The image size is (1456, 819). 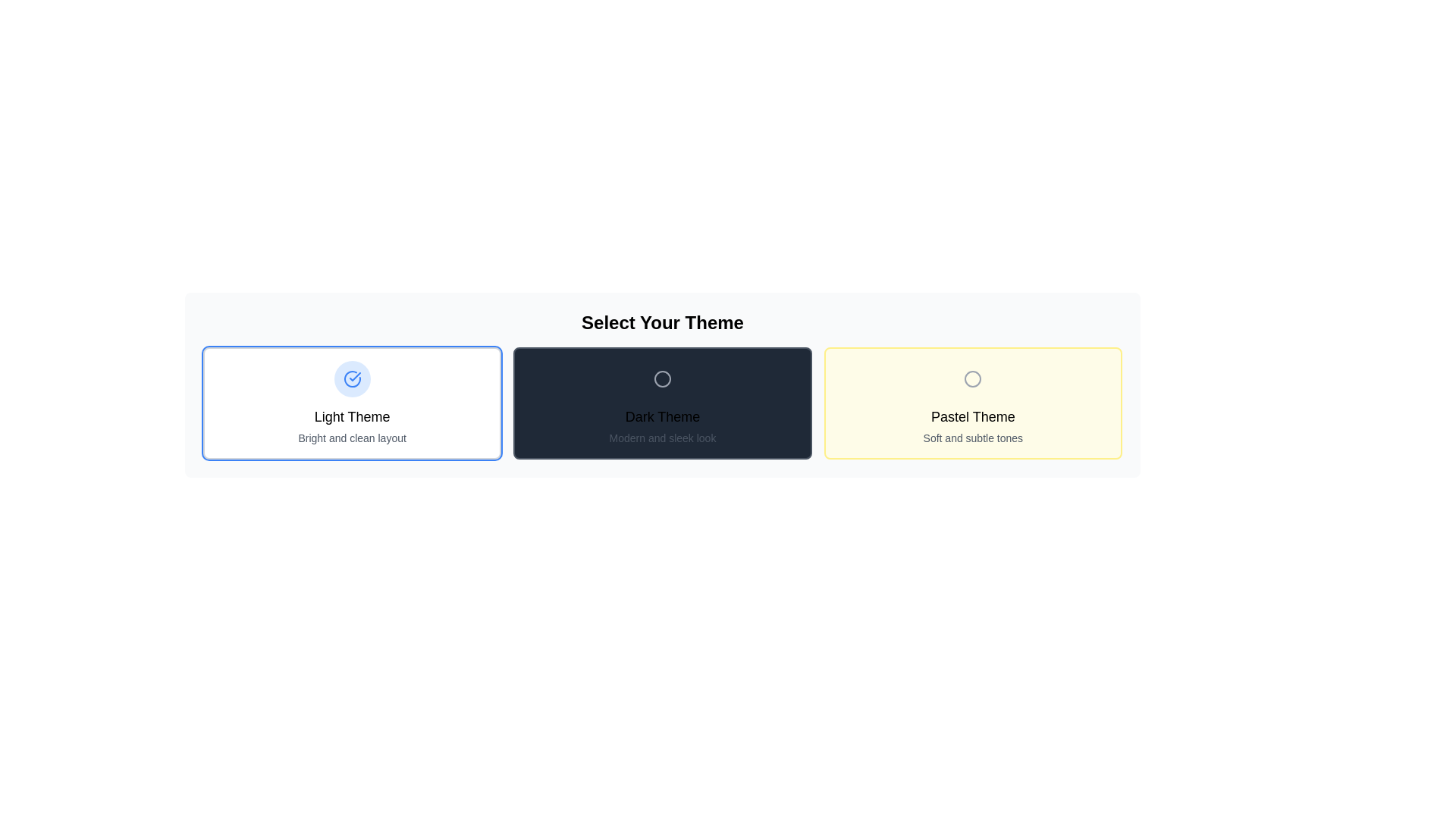 I want to click on the circular icon with a gray color scheme located in the middle of the 'Dark Theme' selection box, so click(x=662, y=378).